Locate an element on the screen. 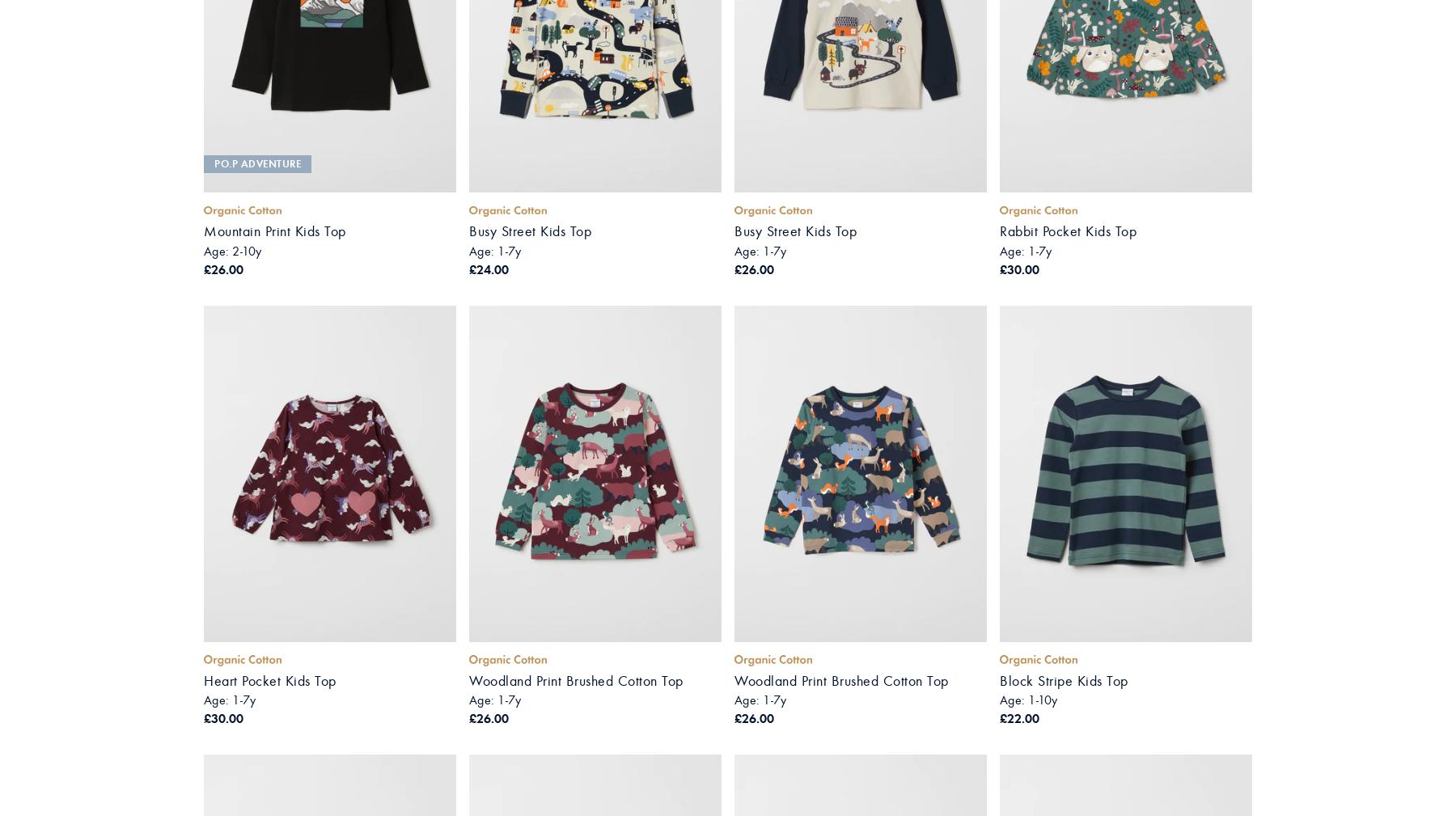 This screenshot has height=816, width=1456. 'Block Stripe Kids Top' is located at coordinates (1064, 680).